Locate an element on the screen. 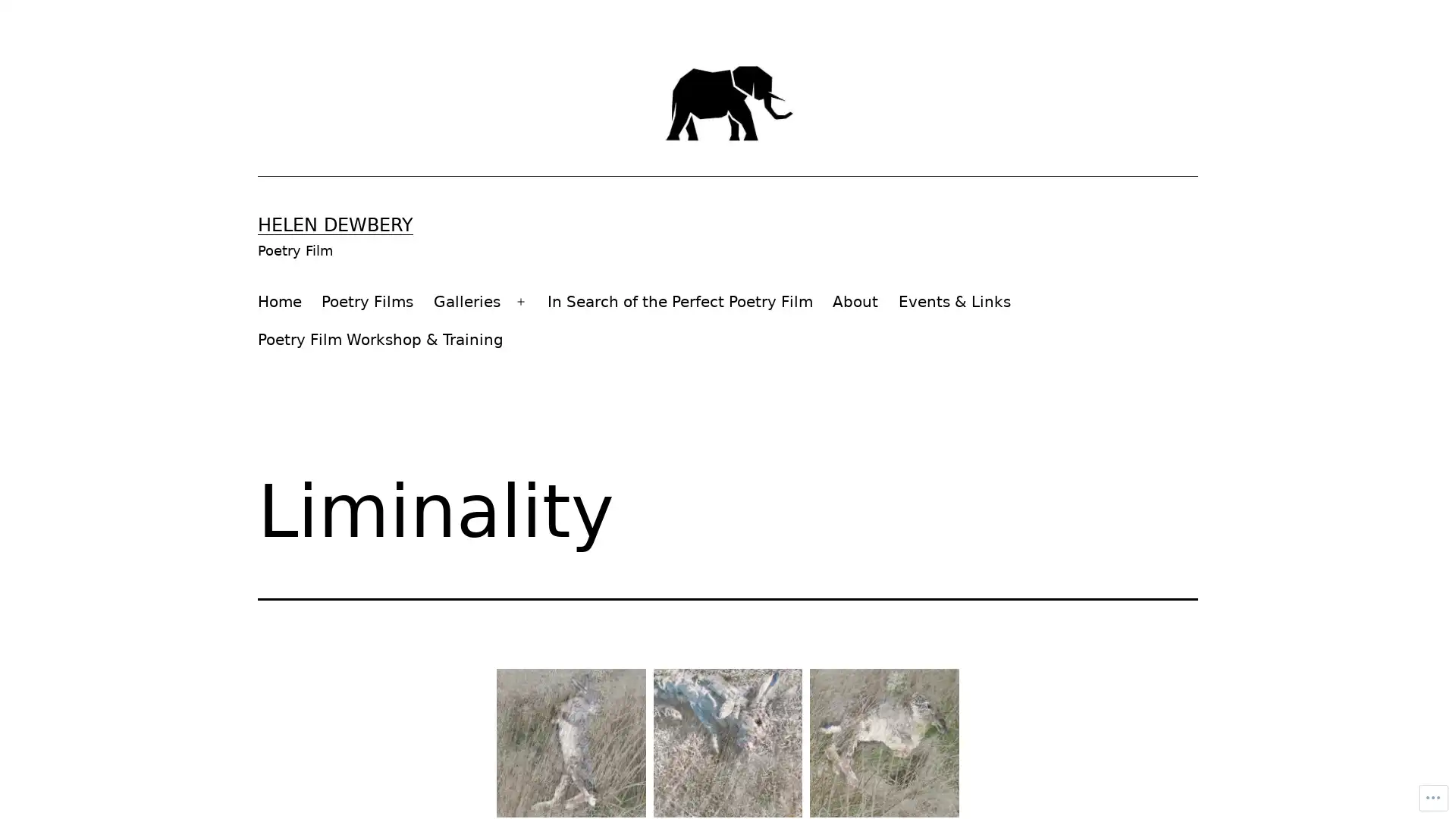  Open menu is located at coordinates (520, 301).